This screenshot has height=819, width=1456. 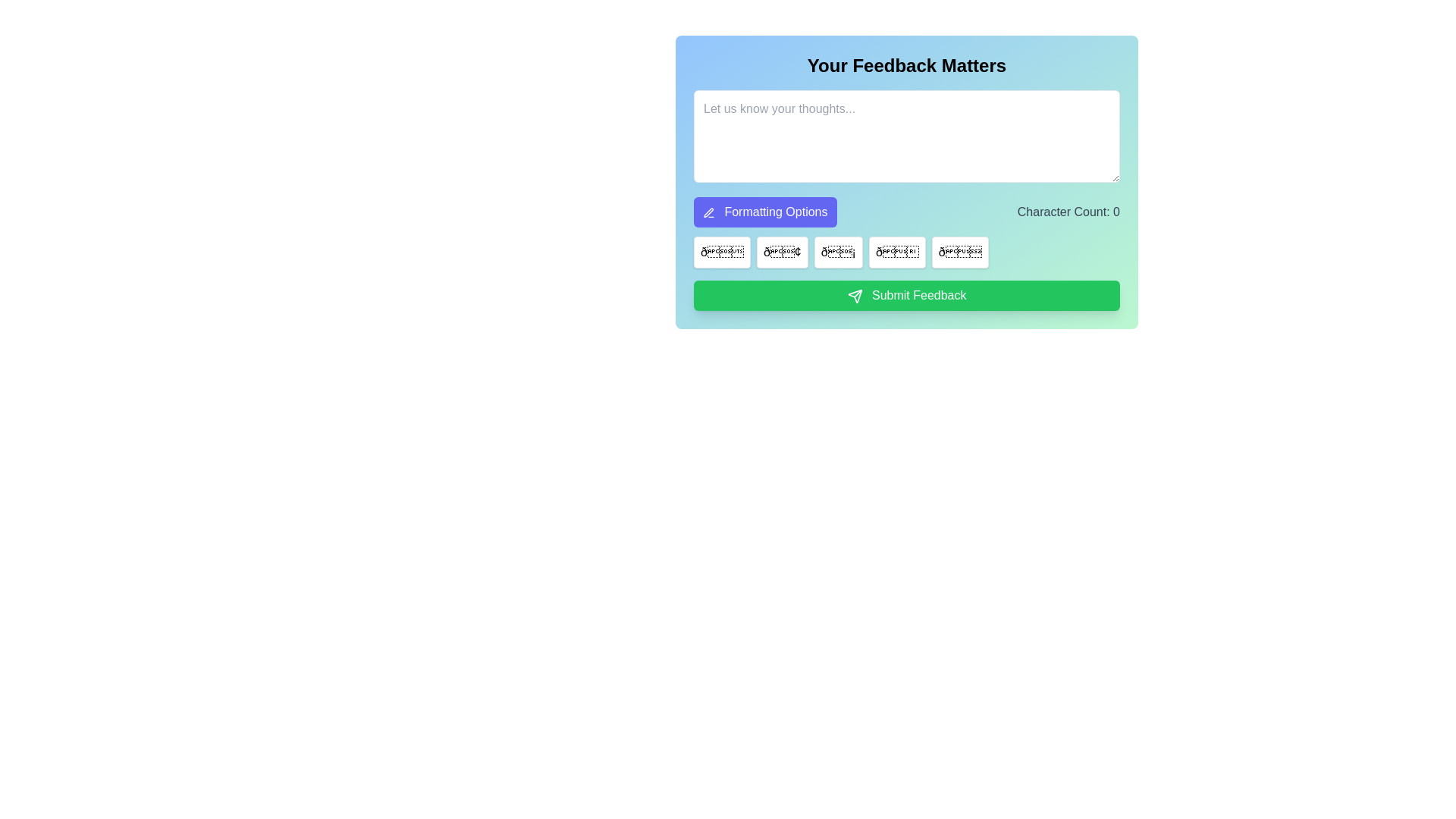 What do you see at coordinates (897, 251) in the screenshot?
I see `rounded button with a white background and thumbs-up emoji, located underneath the 'Your Feedback Matters' text input, for accessibility or design purposes` at bounding box center [897, 251].